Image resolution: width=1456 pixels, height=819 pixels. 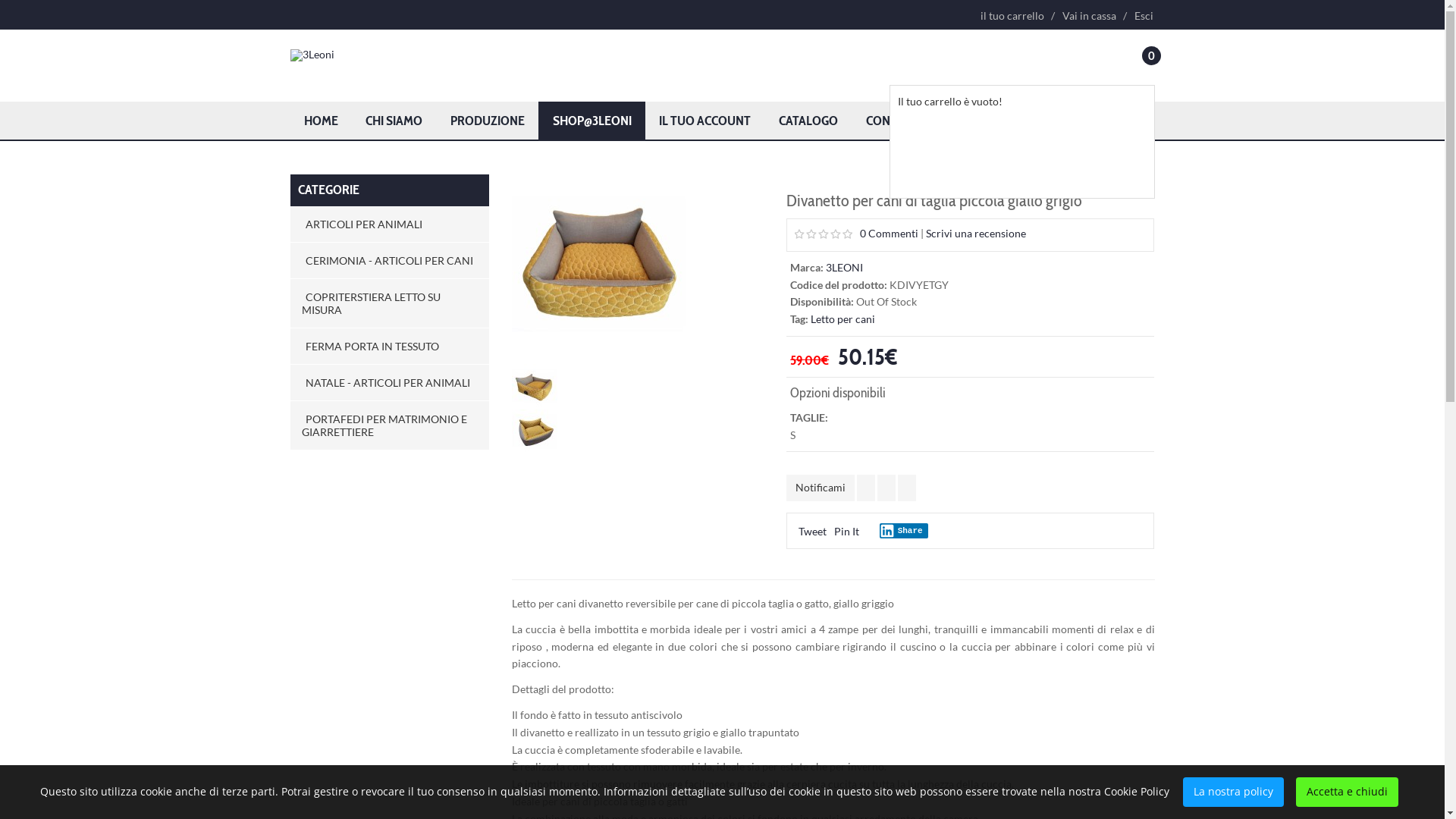 What do you see at coordinates (1012, 15) in the screenshot?
I see `'il tuo carrello'` at bounding box center [1012, 15].